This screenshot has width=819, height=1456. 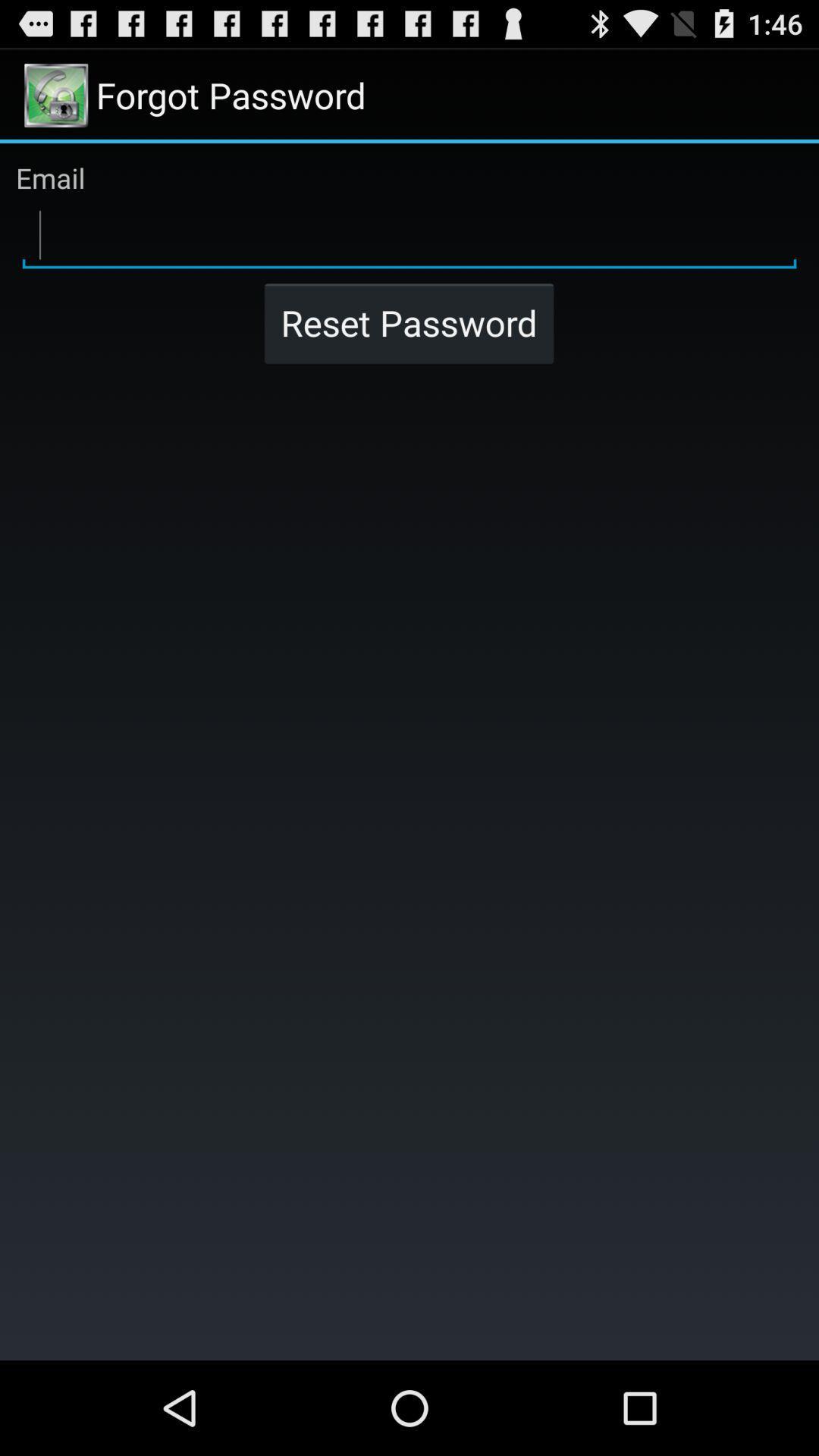 What do you see at coordinates (408, 322) in the screenshot?
I see `the reset password item` at bounding box center [408, 322].